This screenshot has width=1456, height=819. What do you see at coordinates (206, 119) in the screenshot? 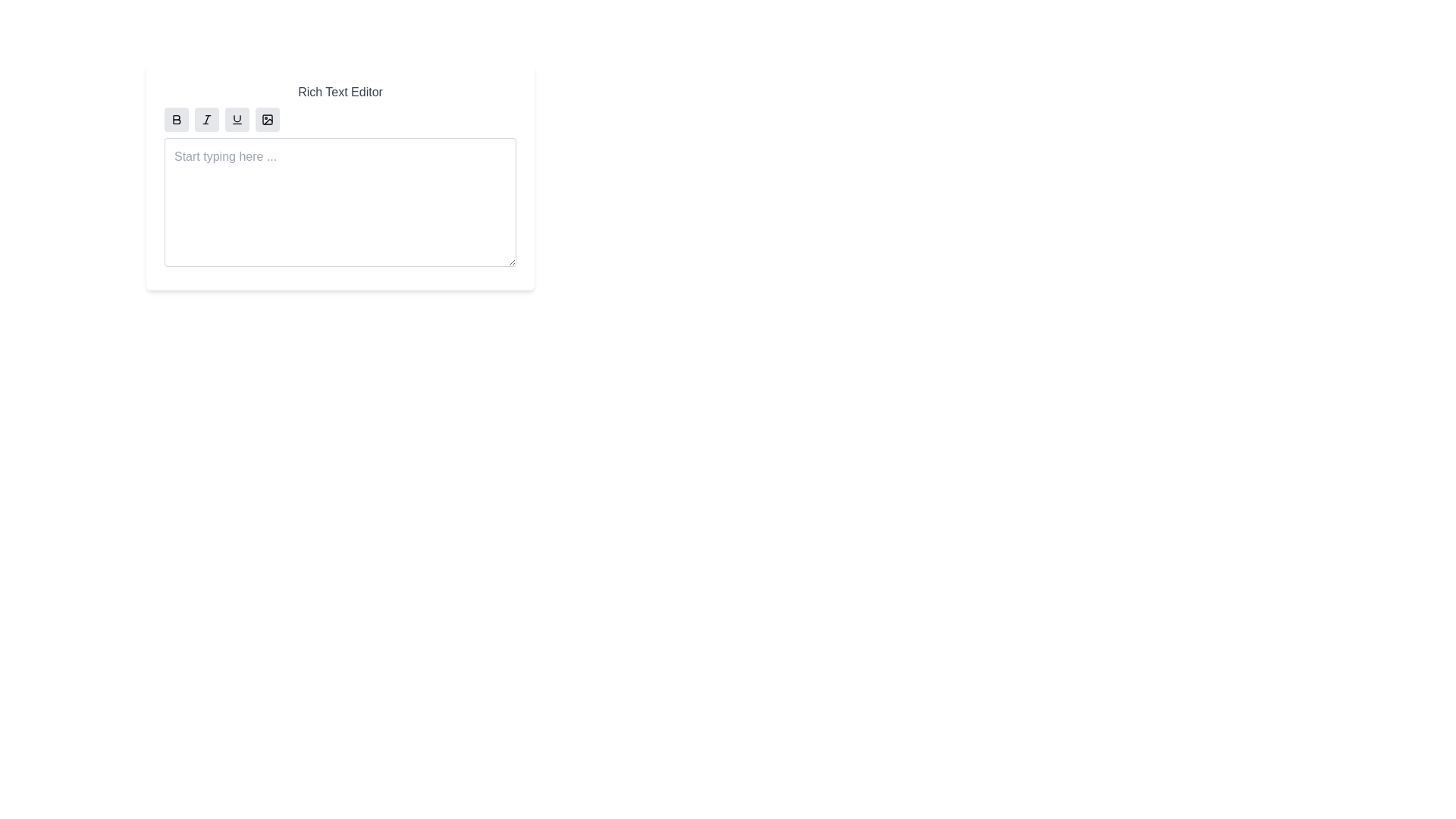
I see `the button icon resembling an italicized letter 'I' in the toolbar of the rich text editor` at bounding box center [206, 119].